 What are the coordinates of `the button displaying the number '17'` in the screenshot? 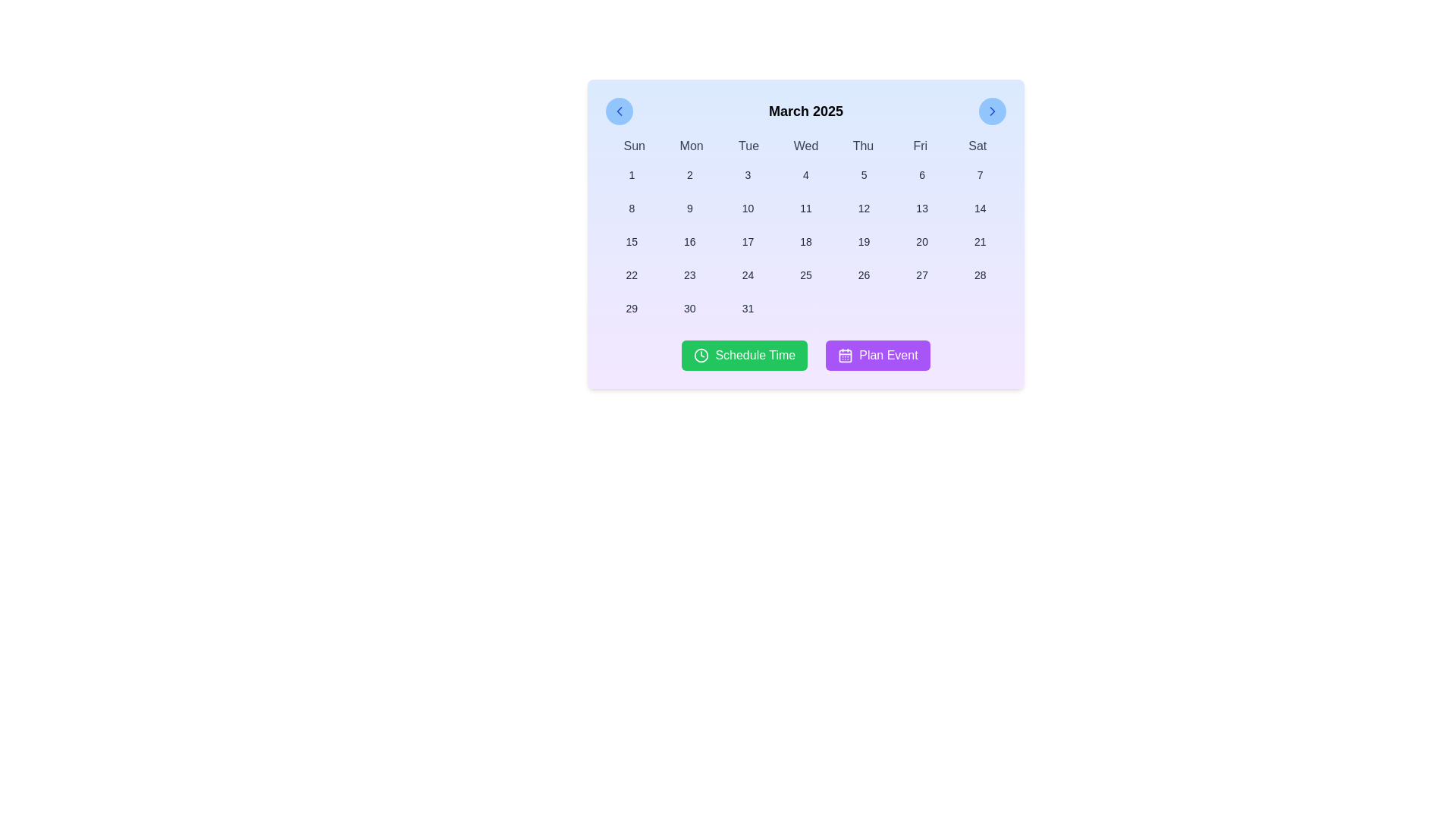 It's located at (748, 241).